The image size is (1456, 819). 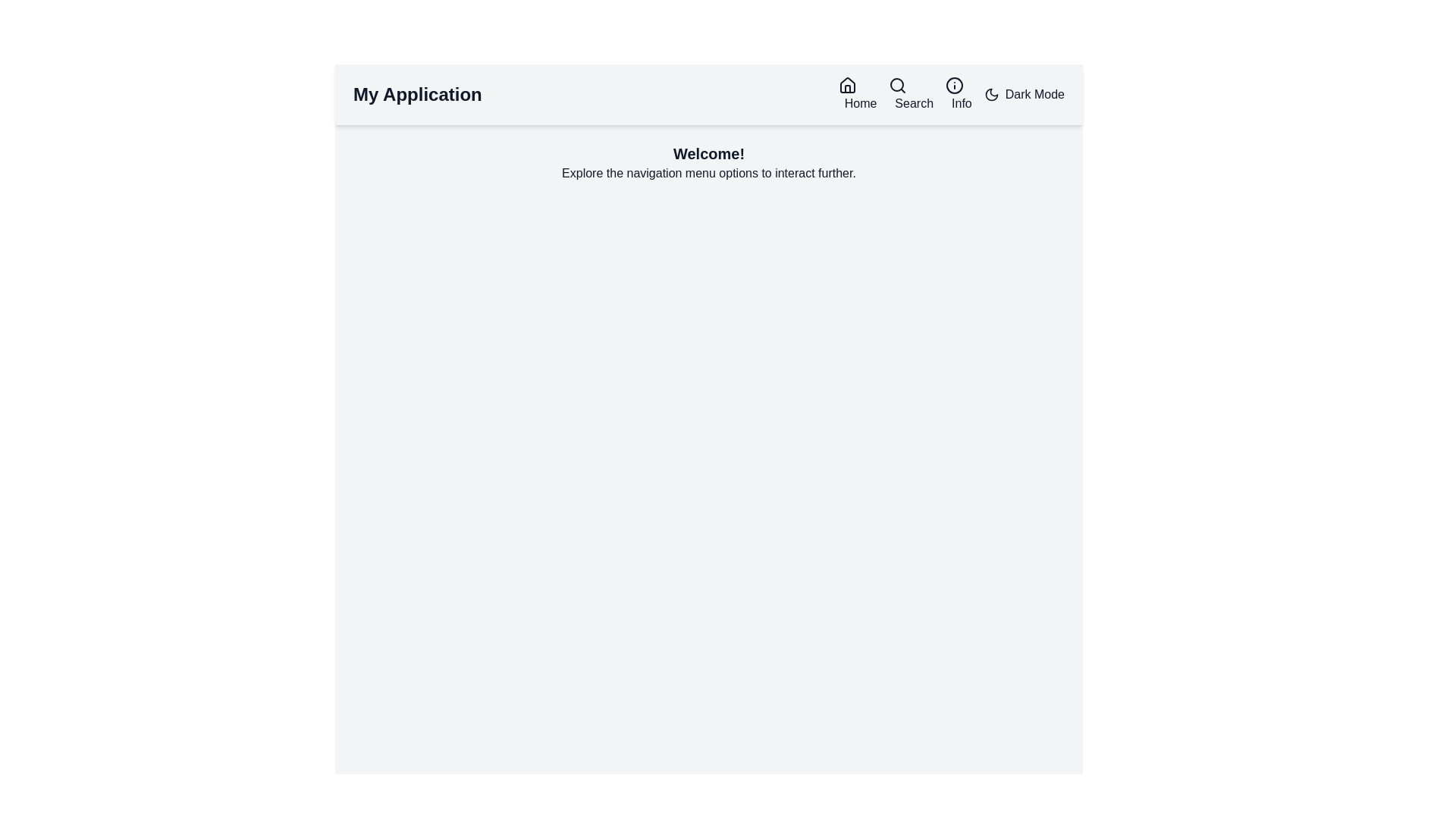 What do you see at coordinates (961, 102) in the screenshot?
I see `the 'Info' text label located on the far right side of the navigation bar, positioned between the 'Search' button and the 'Dark Mode' option` at bounding box center [961, 102].